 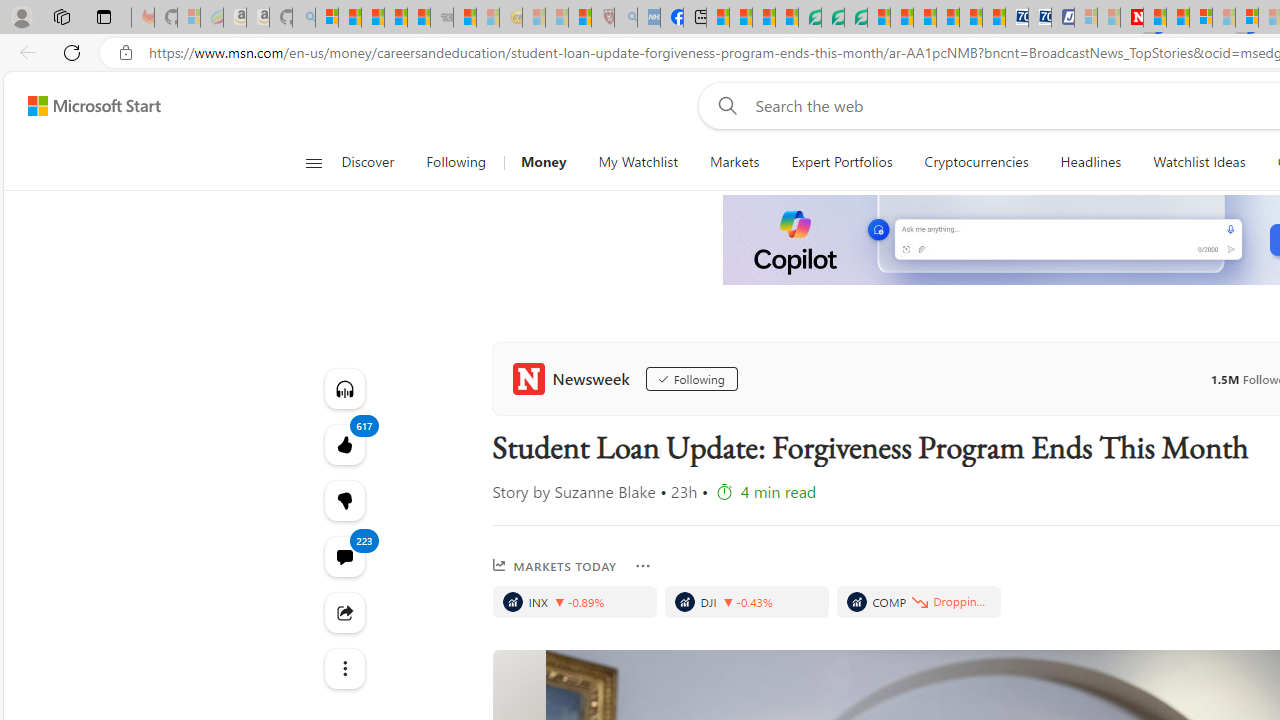 What do you see at coordinates (441, 17) in the screenshot?
I see `'Combat Siege'` at bounding box center [441, 17].